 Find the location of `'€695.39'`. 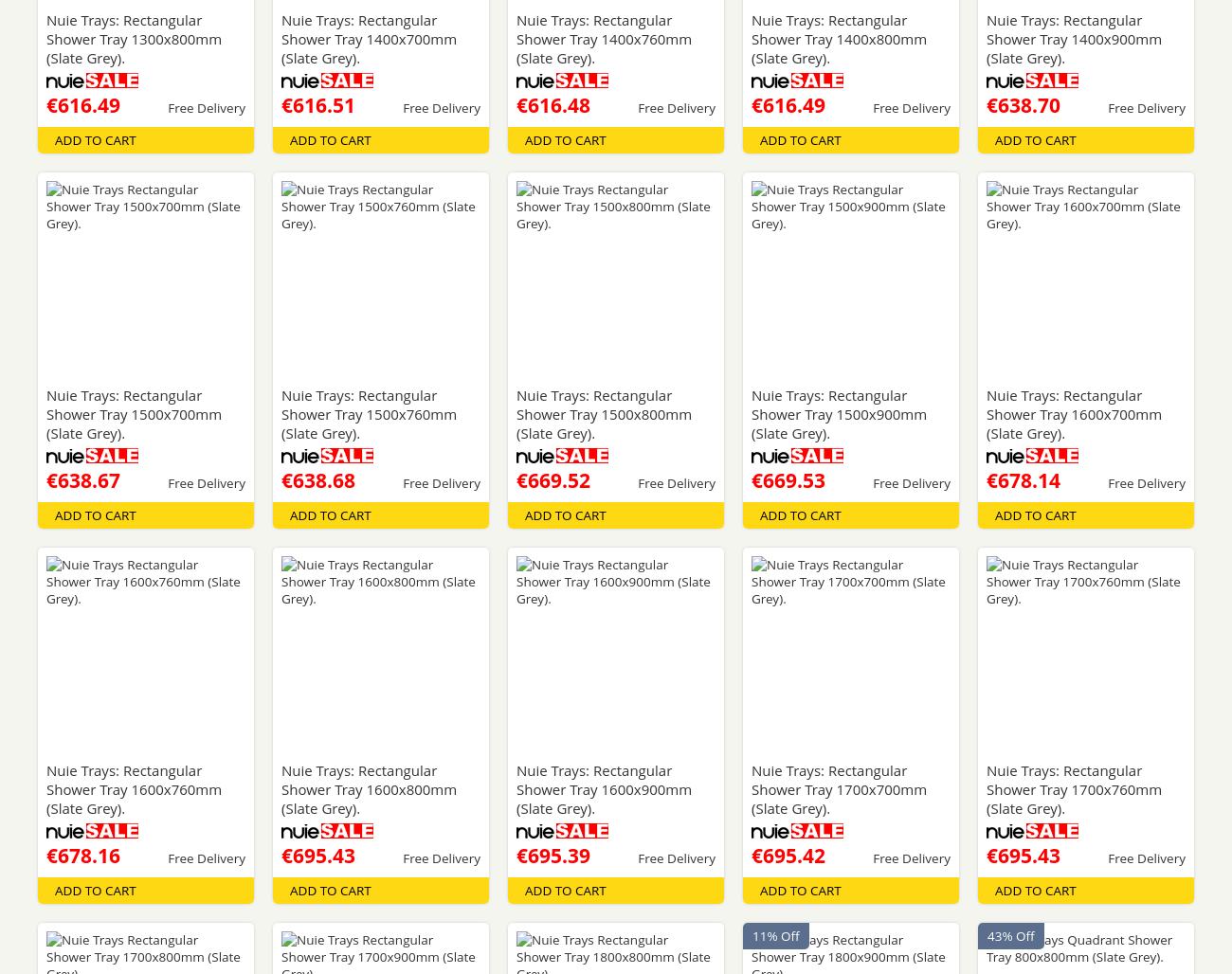

'€695.39' is located at coordinates (552, 855).